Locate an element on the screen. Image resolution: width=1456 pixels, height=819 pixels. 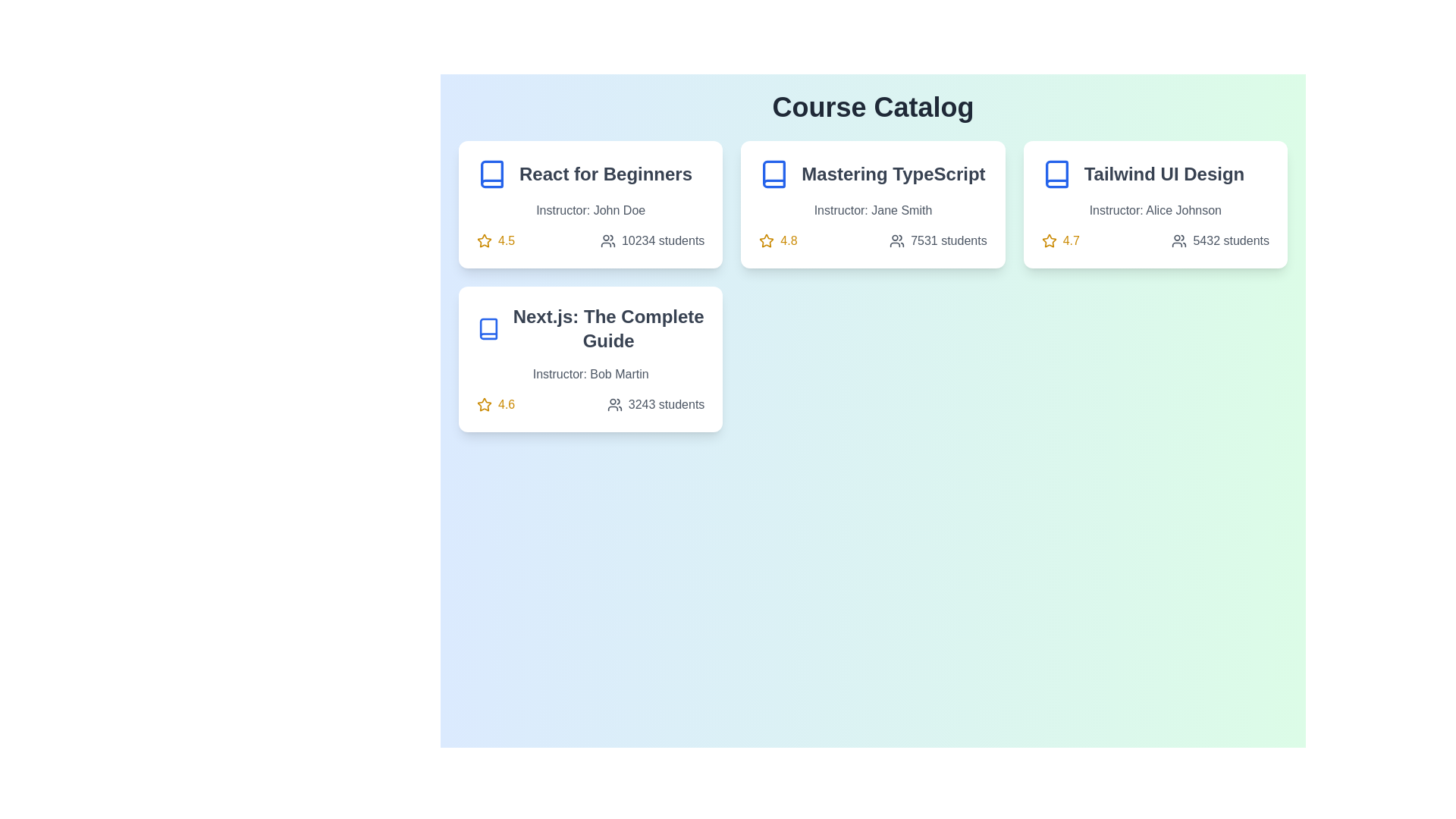
the Icon with text (Rating display) which shows the average rating of the 'Next.js: The Complete Guide' course, located under the course title and instructor's name is located at coordinates (496, 403).